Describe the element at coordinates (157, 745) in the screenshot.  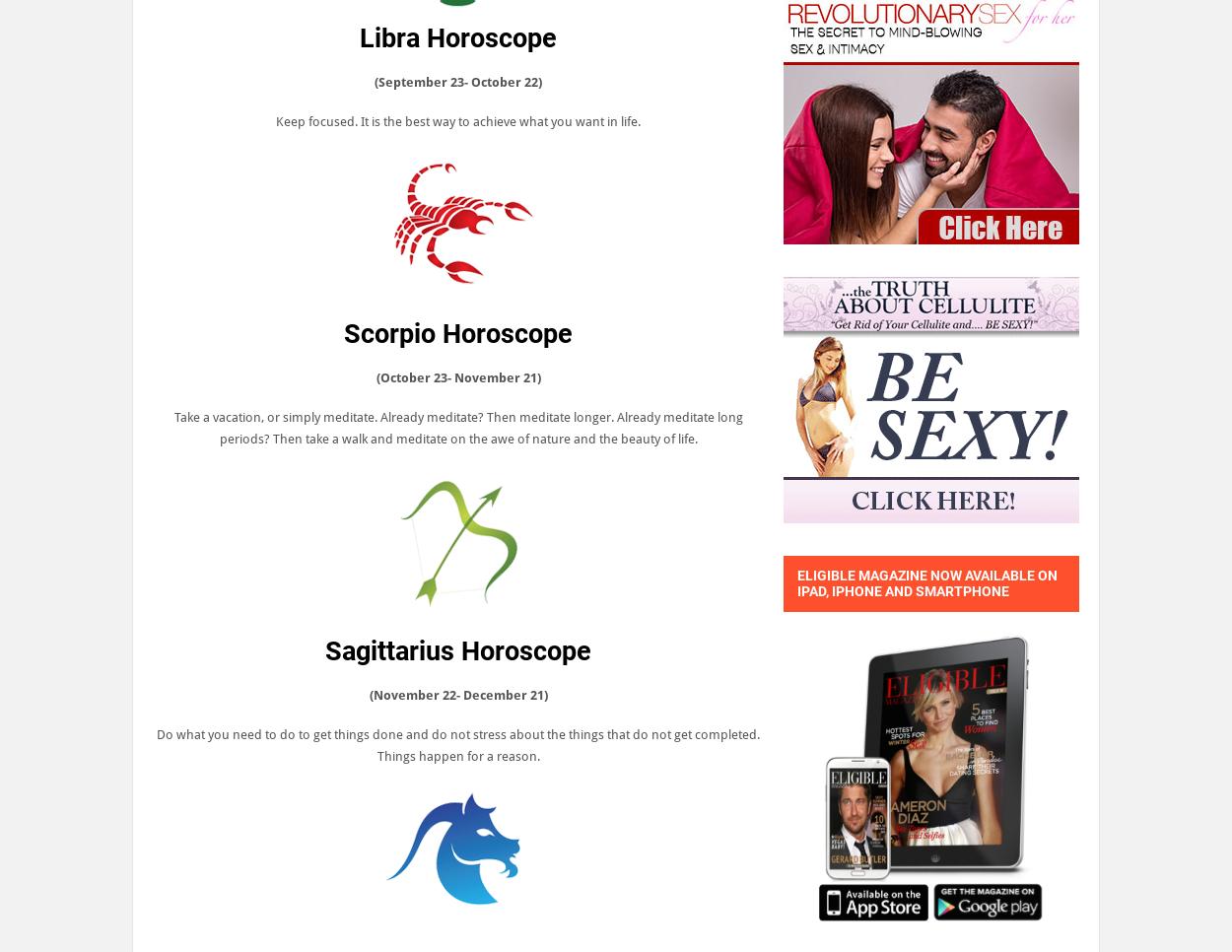
I see `'Do what you need to do to get things done and do not stress about the things that do not get completed. Things happen for a reason.'` at that location.